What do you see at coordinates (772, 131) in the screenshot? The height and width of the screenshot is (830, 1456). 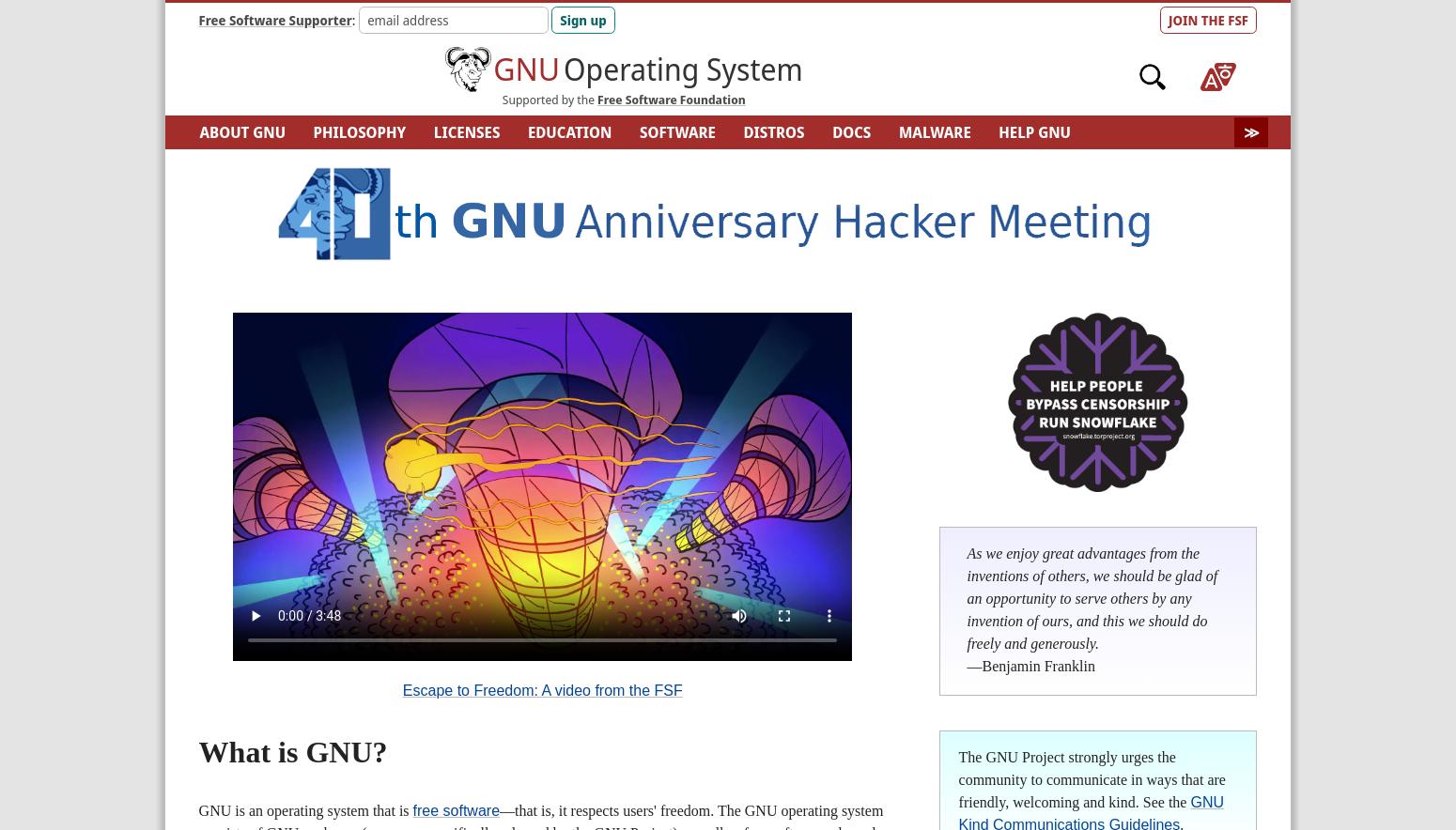 I see `'DISTROS'` at bounding box center [772, 131].